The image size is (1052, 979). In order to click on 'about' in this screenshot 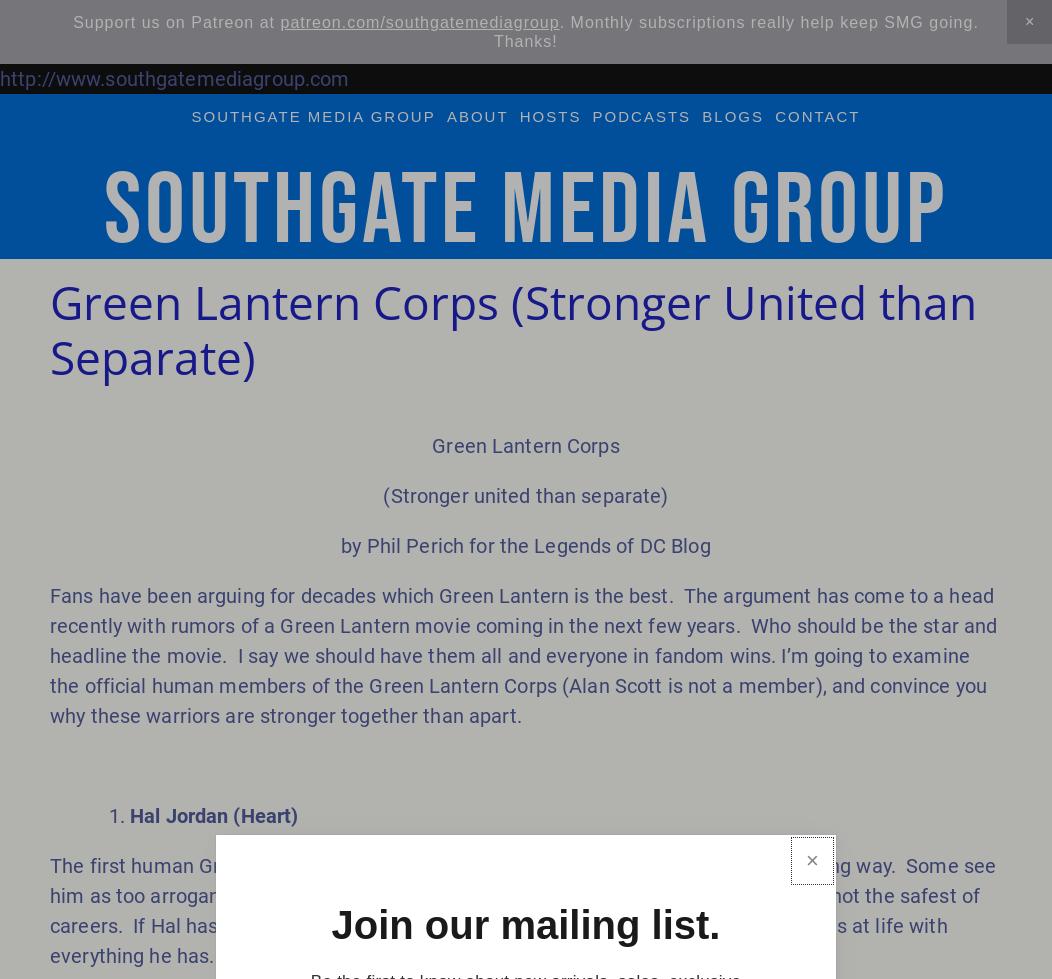, I will do `click(476, 115)`.